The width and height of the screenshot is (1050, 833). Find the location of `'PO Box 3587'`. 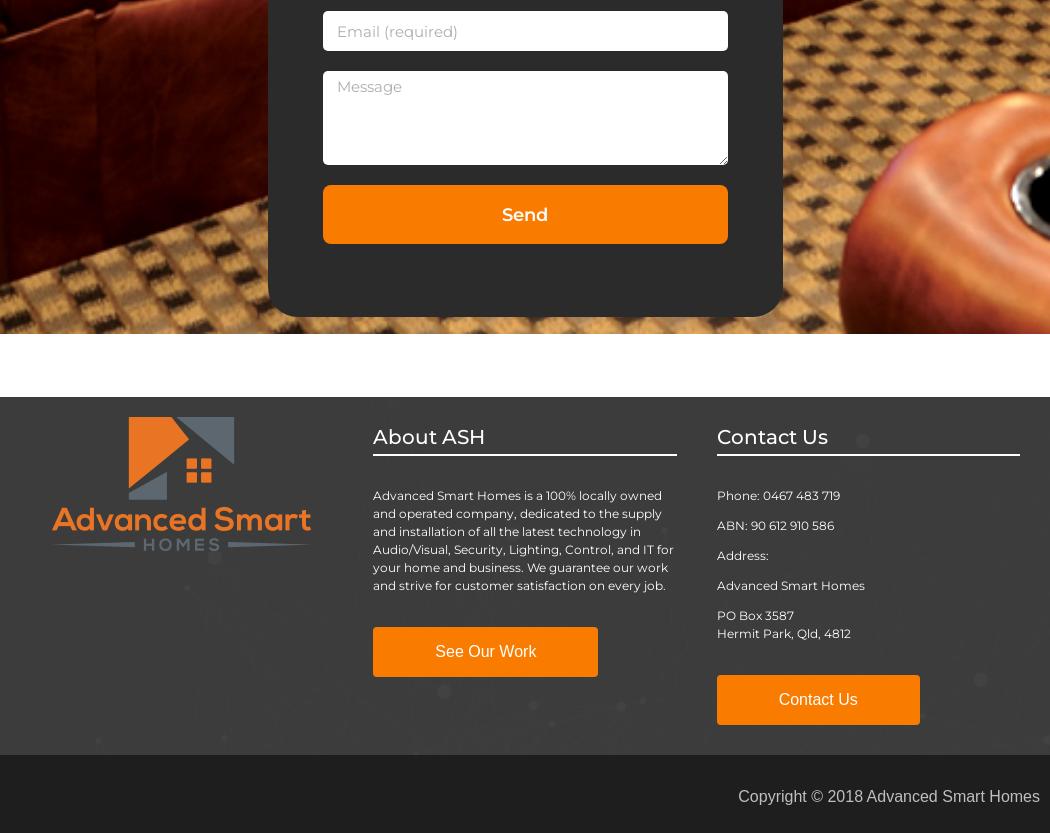

'PO Box 3587' is located at coordinates (754, 615).